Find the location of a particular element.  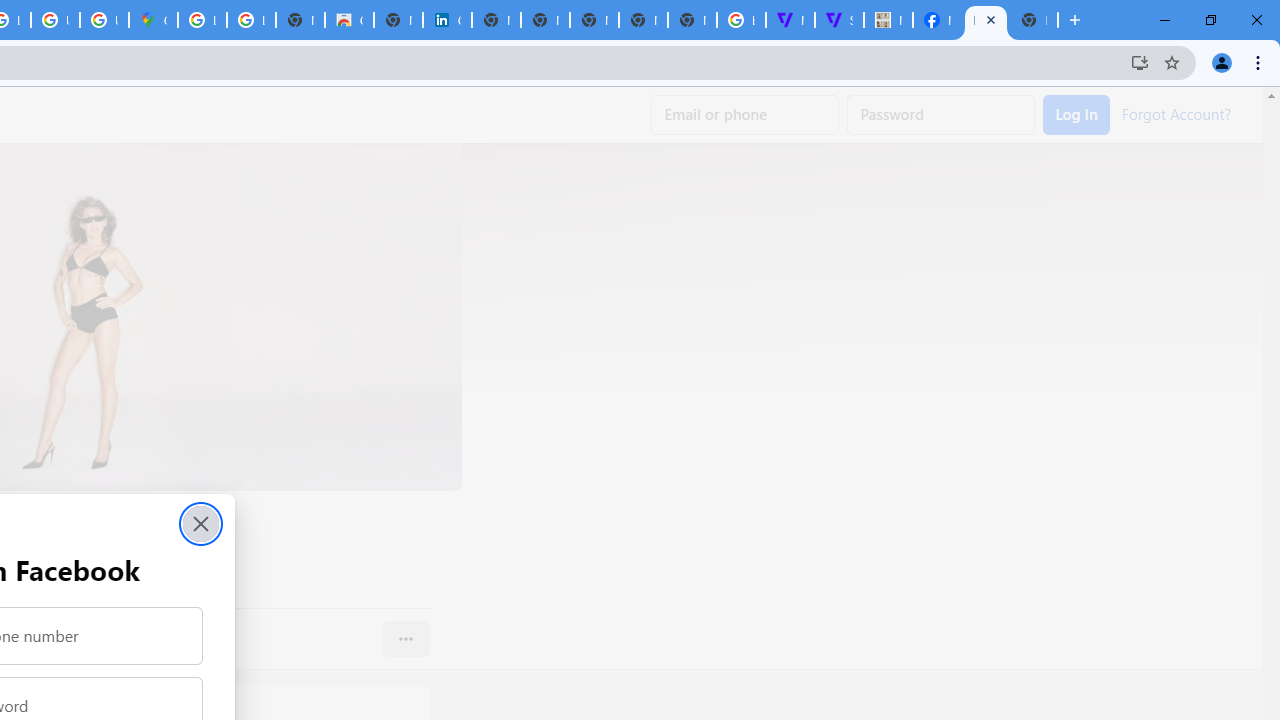

'Forgot Account?' is located at coordinates (1176, 113).